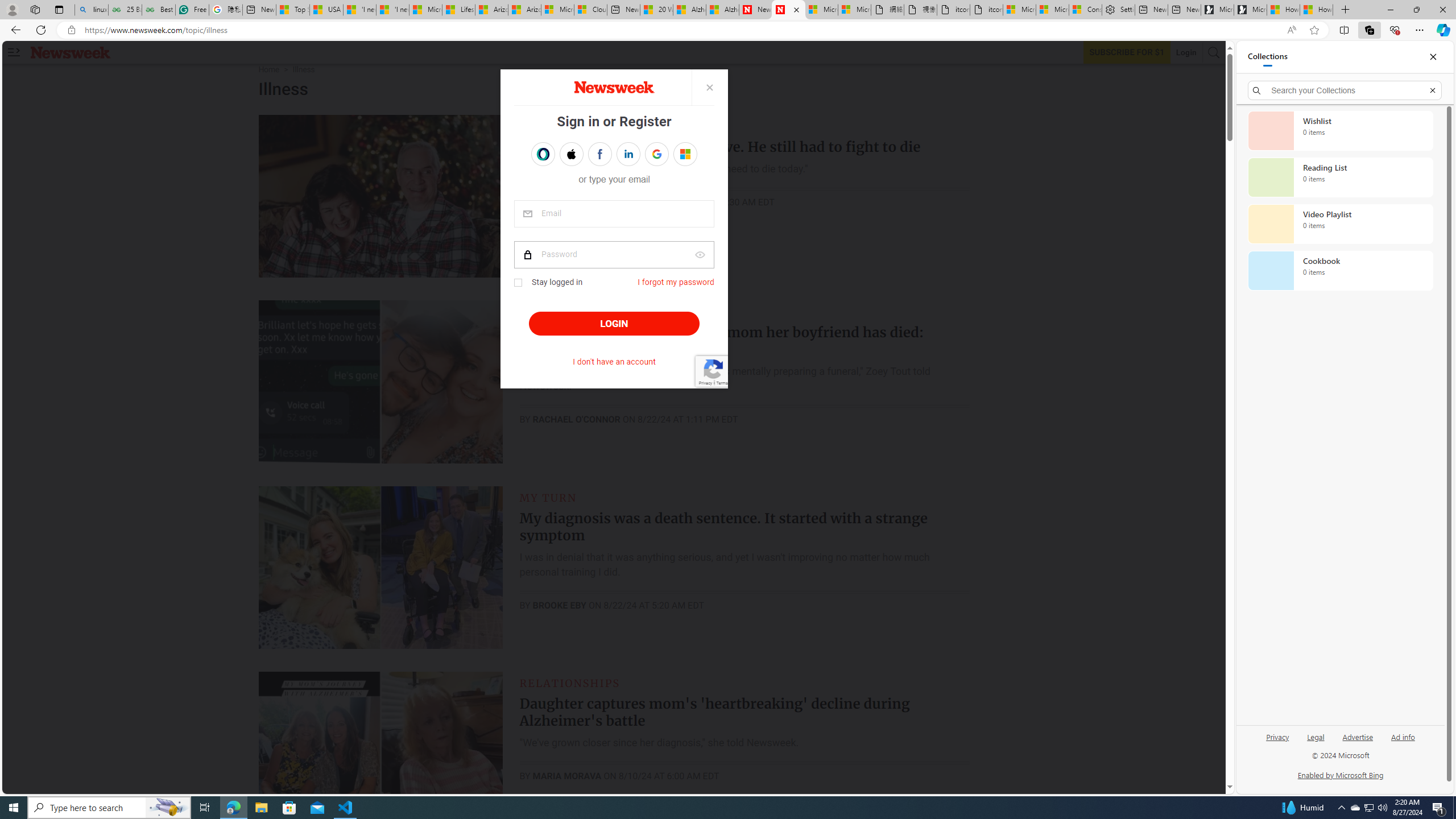 Image resolution: width=1456 pixels, height=819 pixels. Describe the element at coordinates (1340, 270) in the screenshot. I see `'Cookbook collection, 0 items'` at that location.